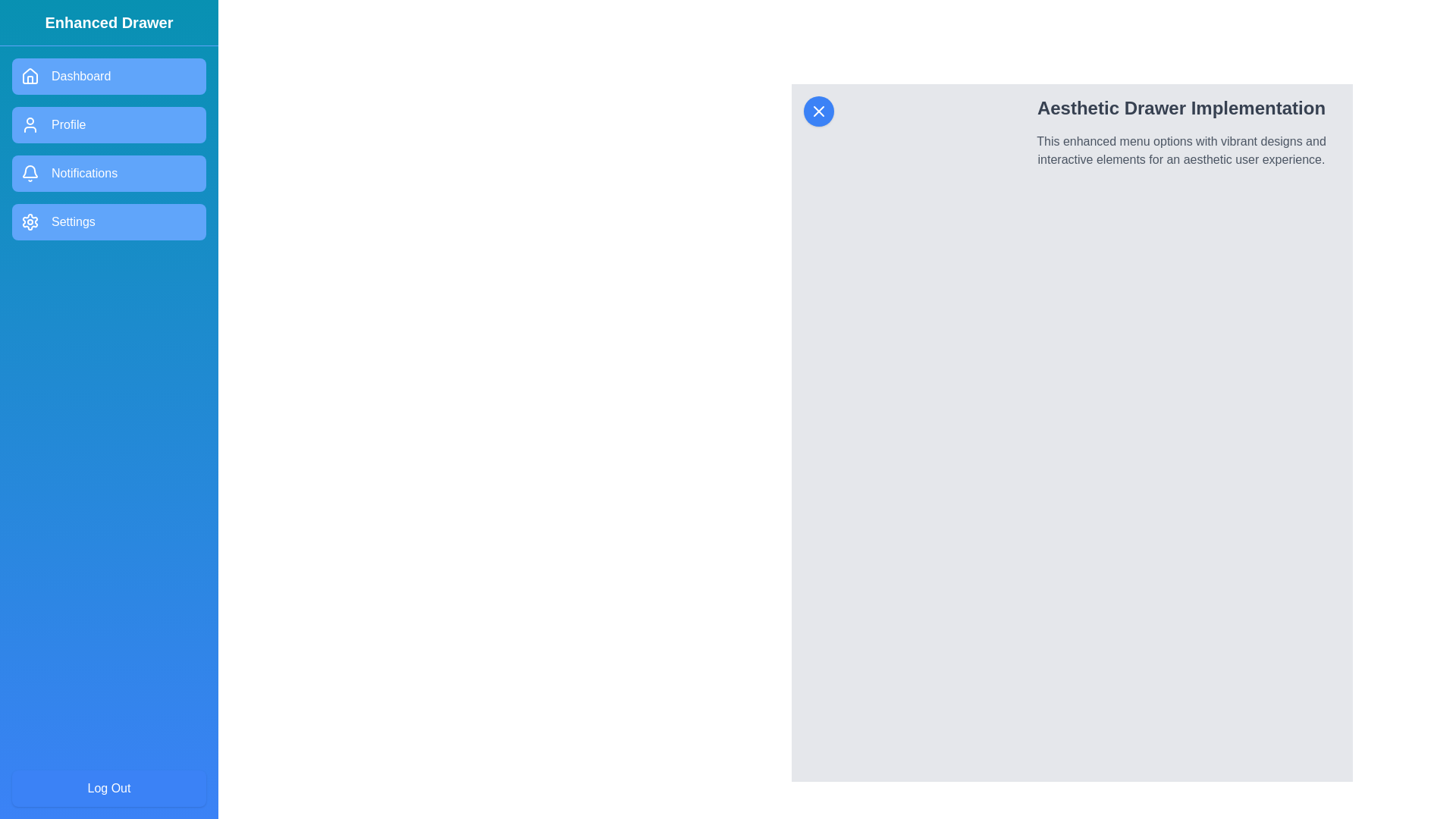  I want to click on informational text block presenting details about 'Aesthetic Drawer Implementation' located in the upper-right section of the interface, so click(1181, 131).